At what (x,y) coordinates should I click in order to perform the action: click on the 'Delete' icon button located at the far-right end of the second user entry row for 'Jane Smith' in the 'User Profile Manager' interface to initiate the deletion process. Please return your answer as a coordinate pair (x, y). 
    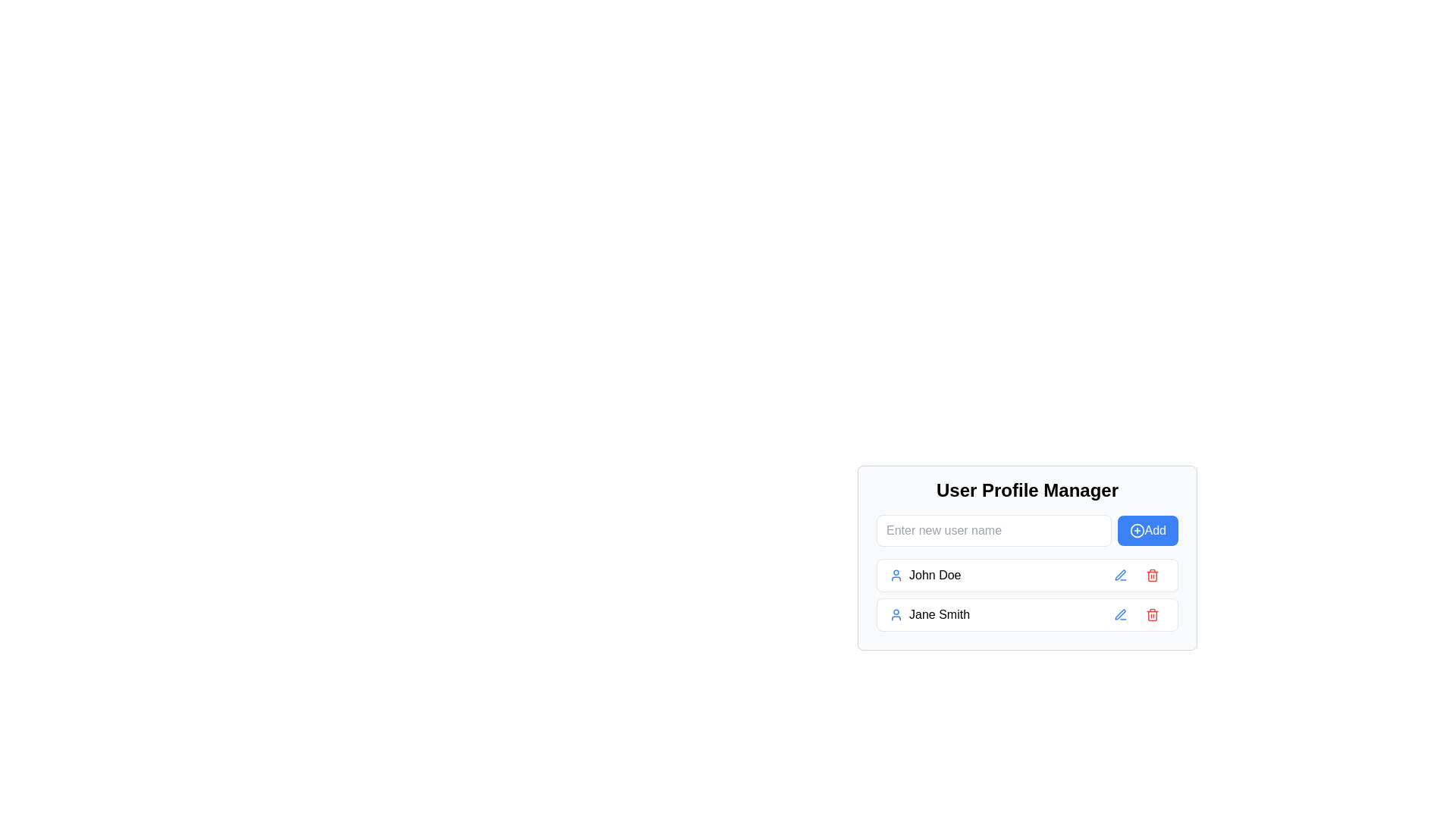
    Looking at the image, I should click on (1153, 614).